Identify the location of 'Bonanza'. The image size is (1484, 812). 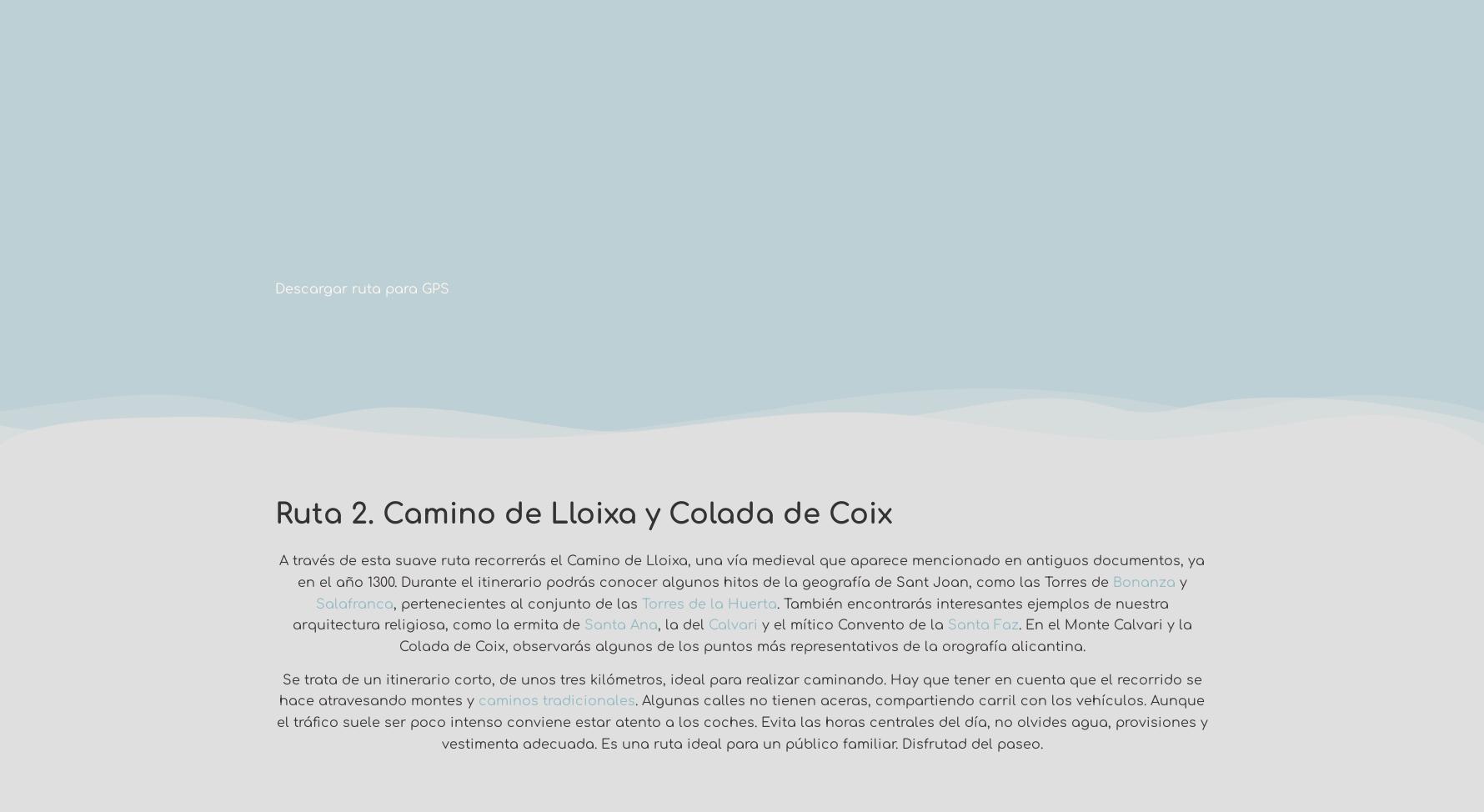
(1143, 583).